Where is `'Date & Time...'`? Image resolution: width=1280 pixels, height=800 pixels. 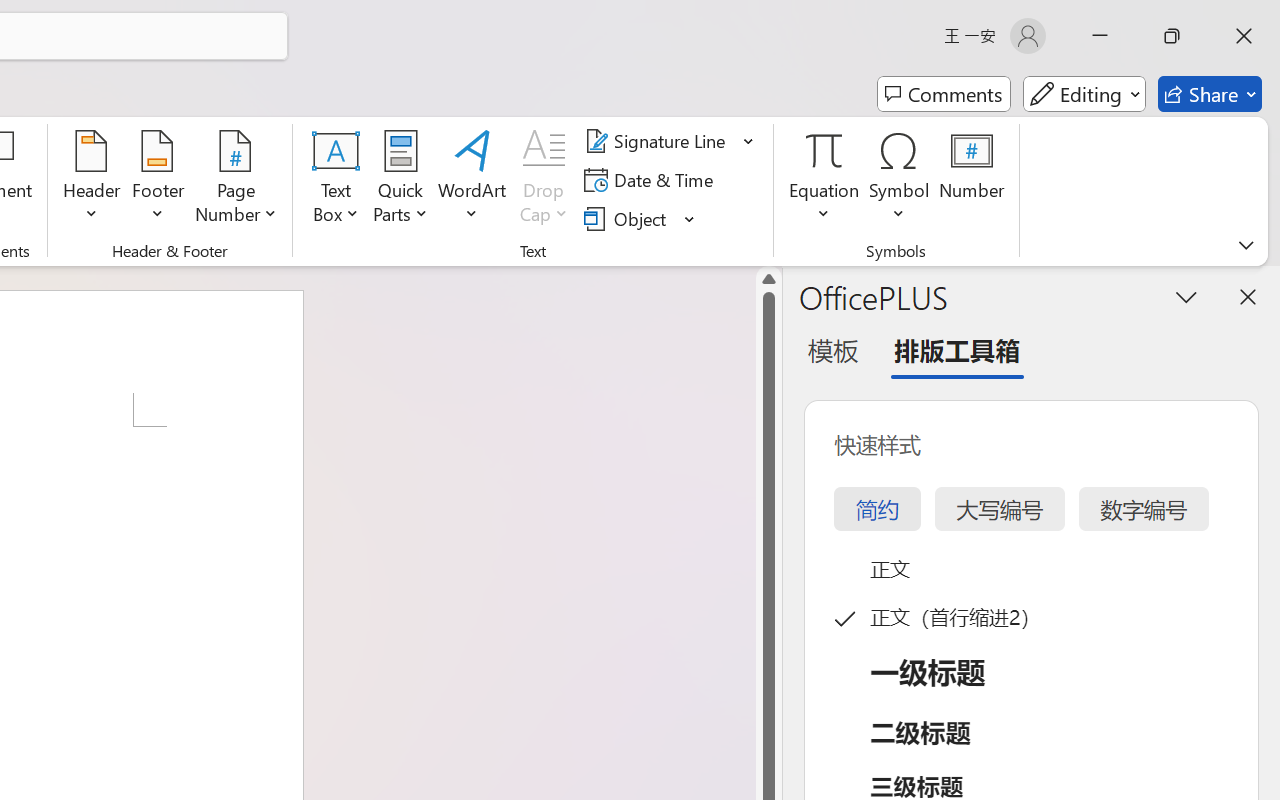 'Date & Time...' is located at coordinates (652, 179).